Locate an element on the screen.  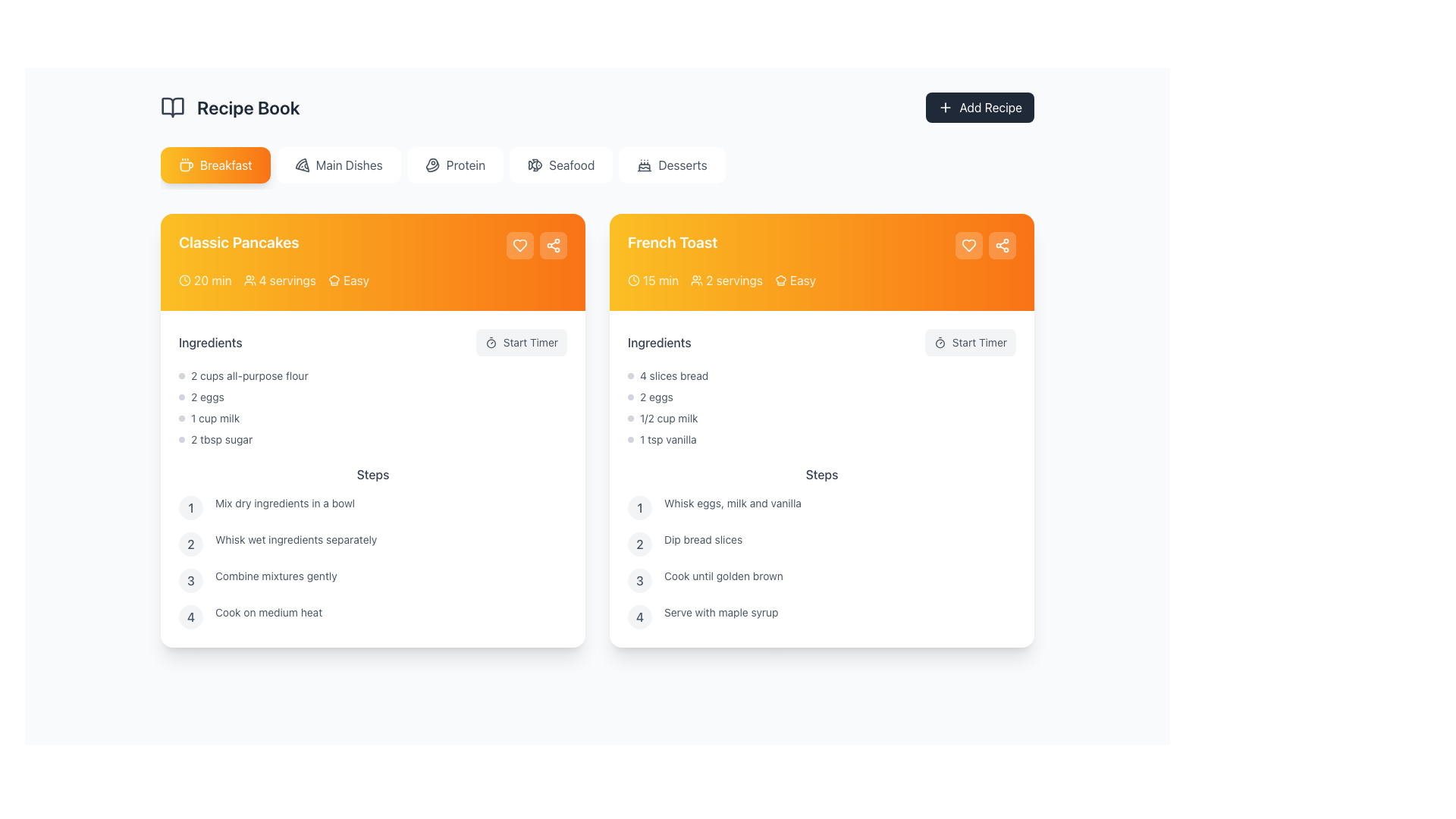
text from the Text Label that indicates the amount and type of sugar for the 'Classic Pancakes' recipe, located in the ingredients list after '1 cup milk' is located at coordinates (221, 439).